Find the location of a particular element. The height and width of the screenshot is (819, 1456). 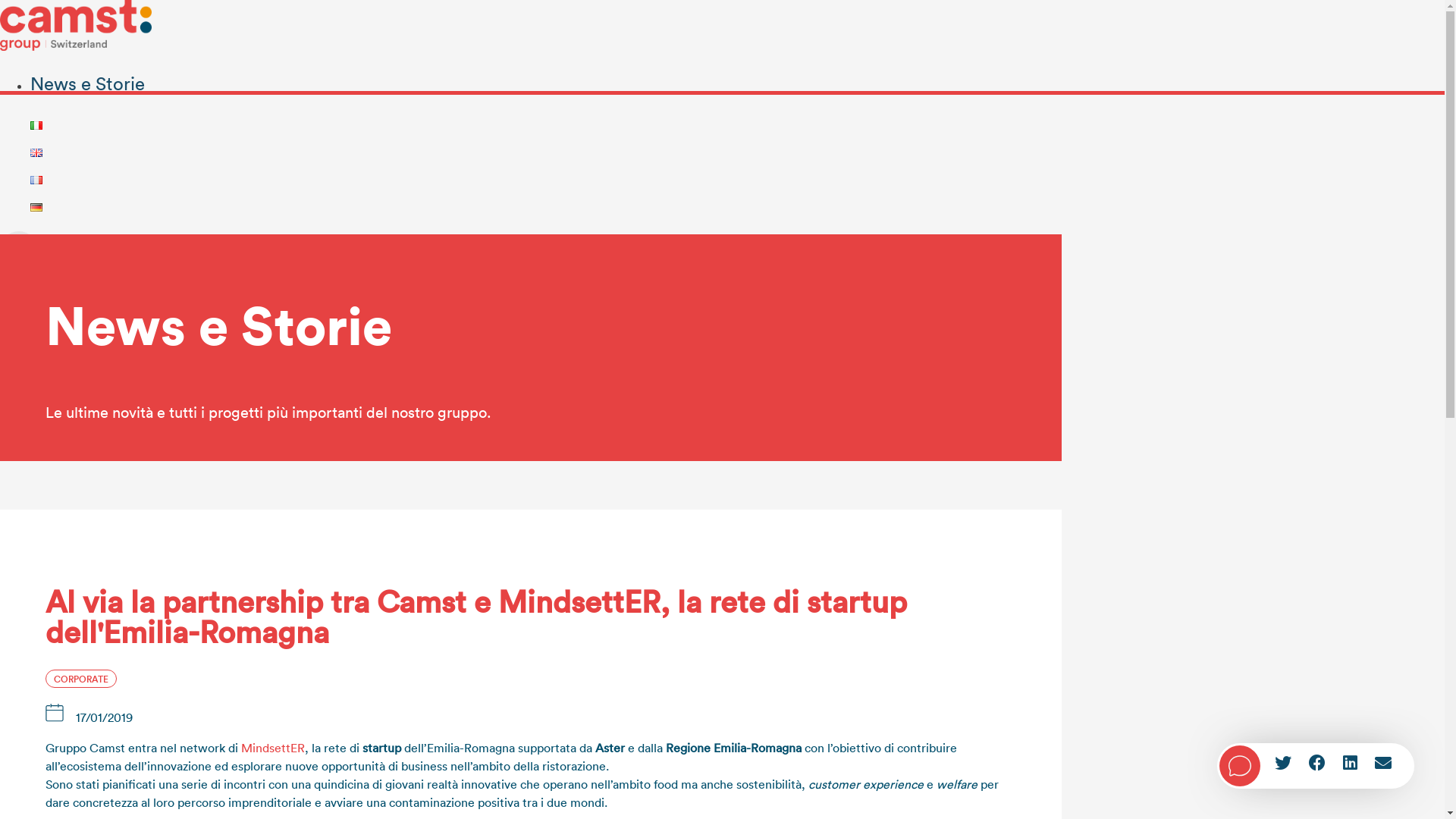

'MindsettER' is located at coordinates (273, 747).